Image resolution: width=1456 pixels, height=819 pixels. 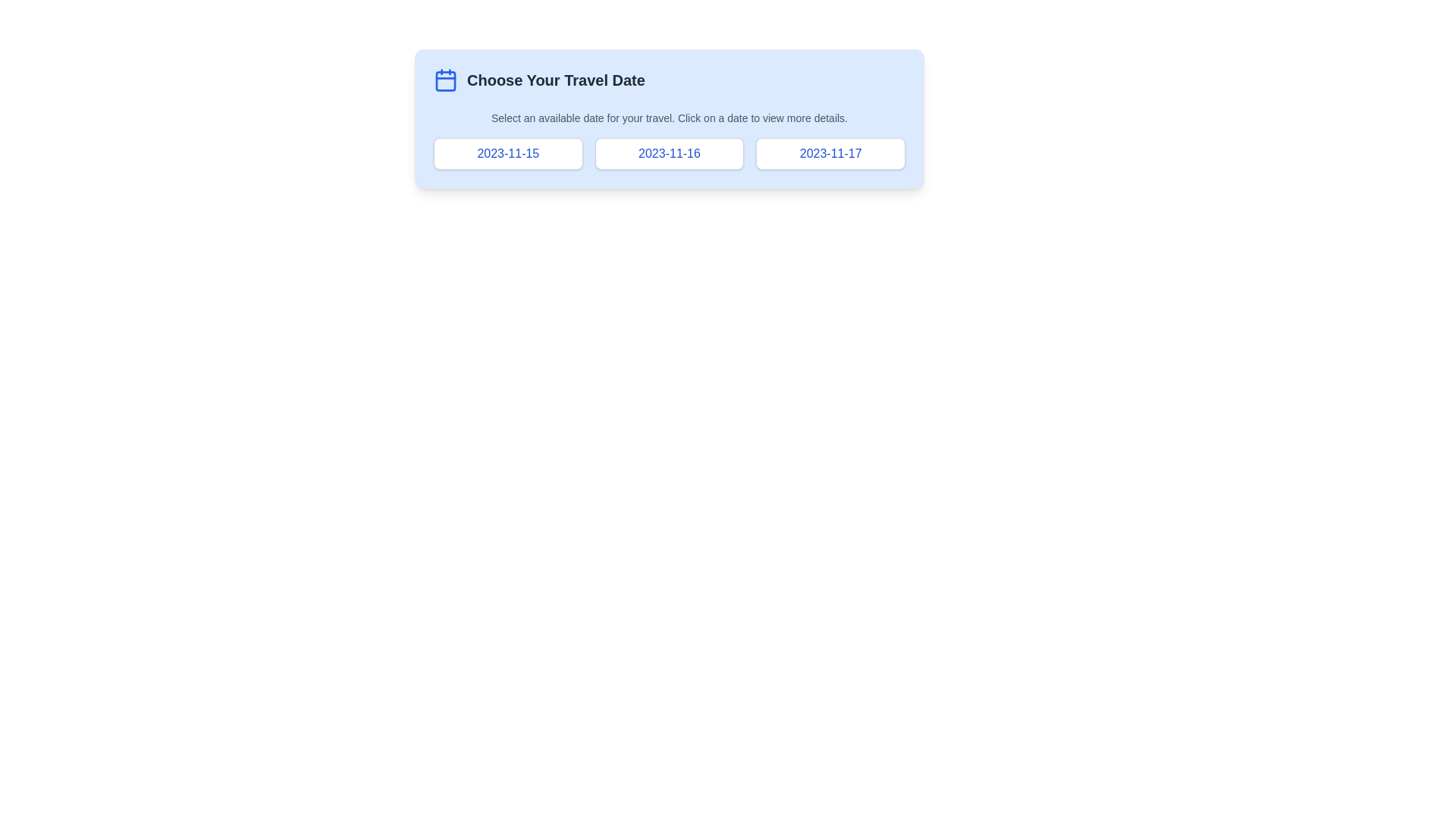 I want to click on the date selection button for 2023-11-16, so click(x=669, y=154).